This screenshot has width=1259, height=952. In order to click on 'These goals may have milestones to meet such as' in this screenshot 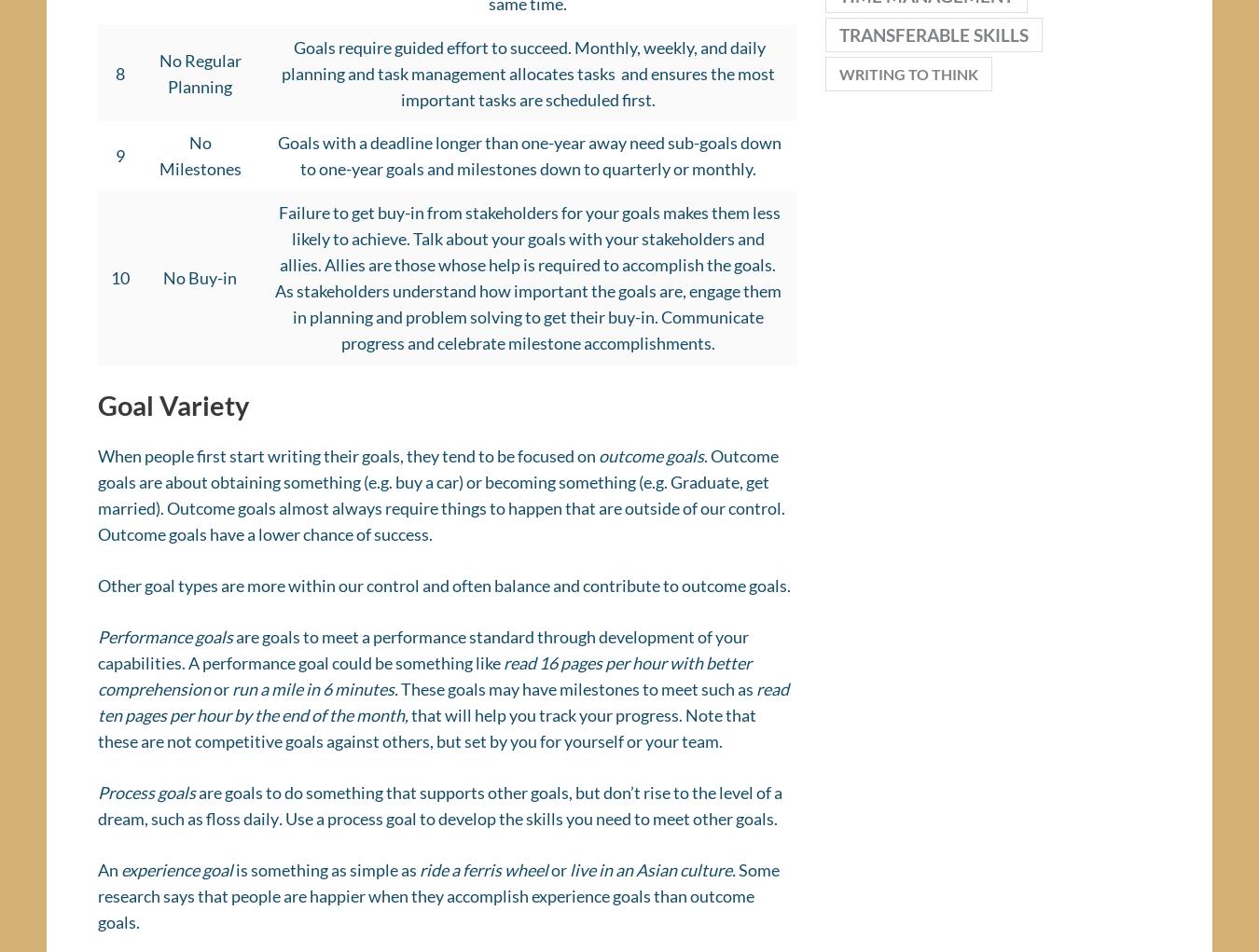, I will do `click(398, 694)`.